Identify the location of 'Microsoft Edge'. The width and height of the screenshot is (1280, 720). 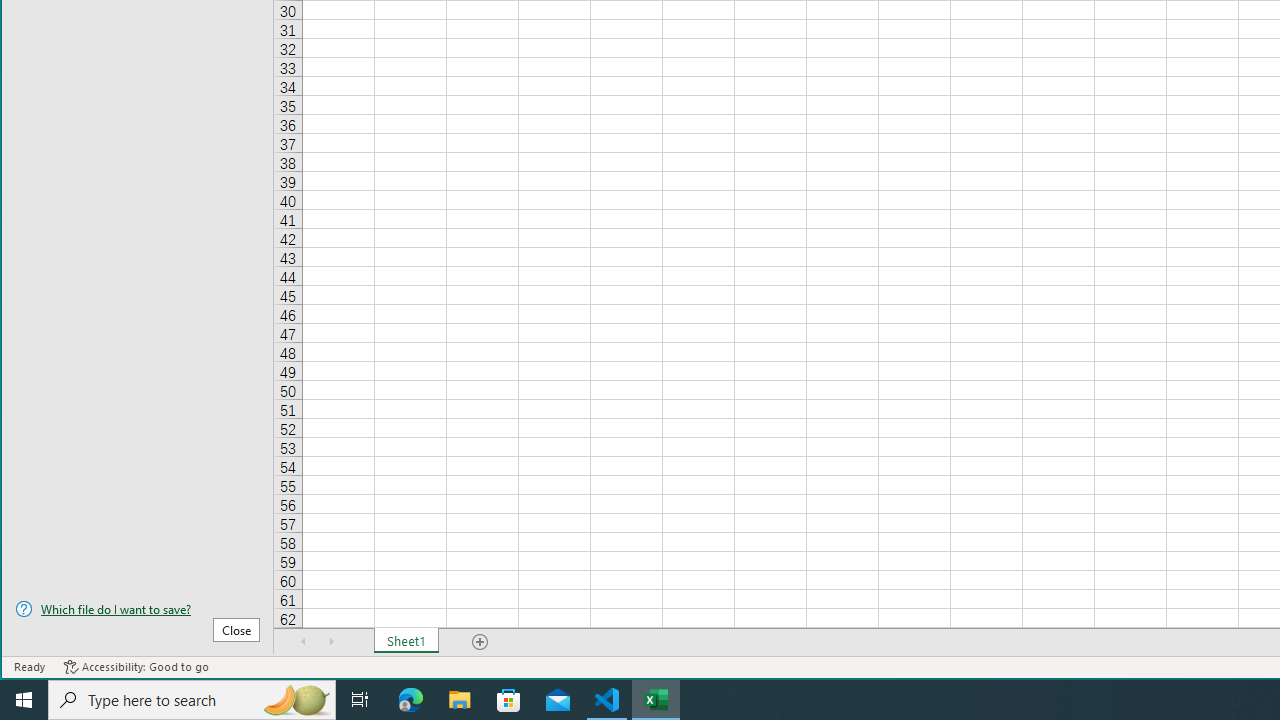
(410, 698).